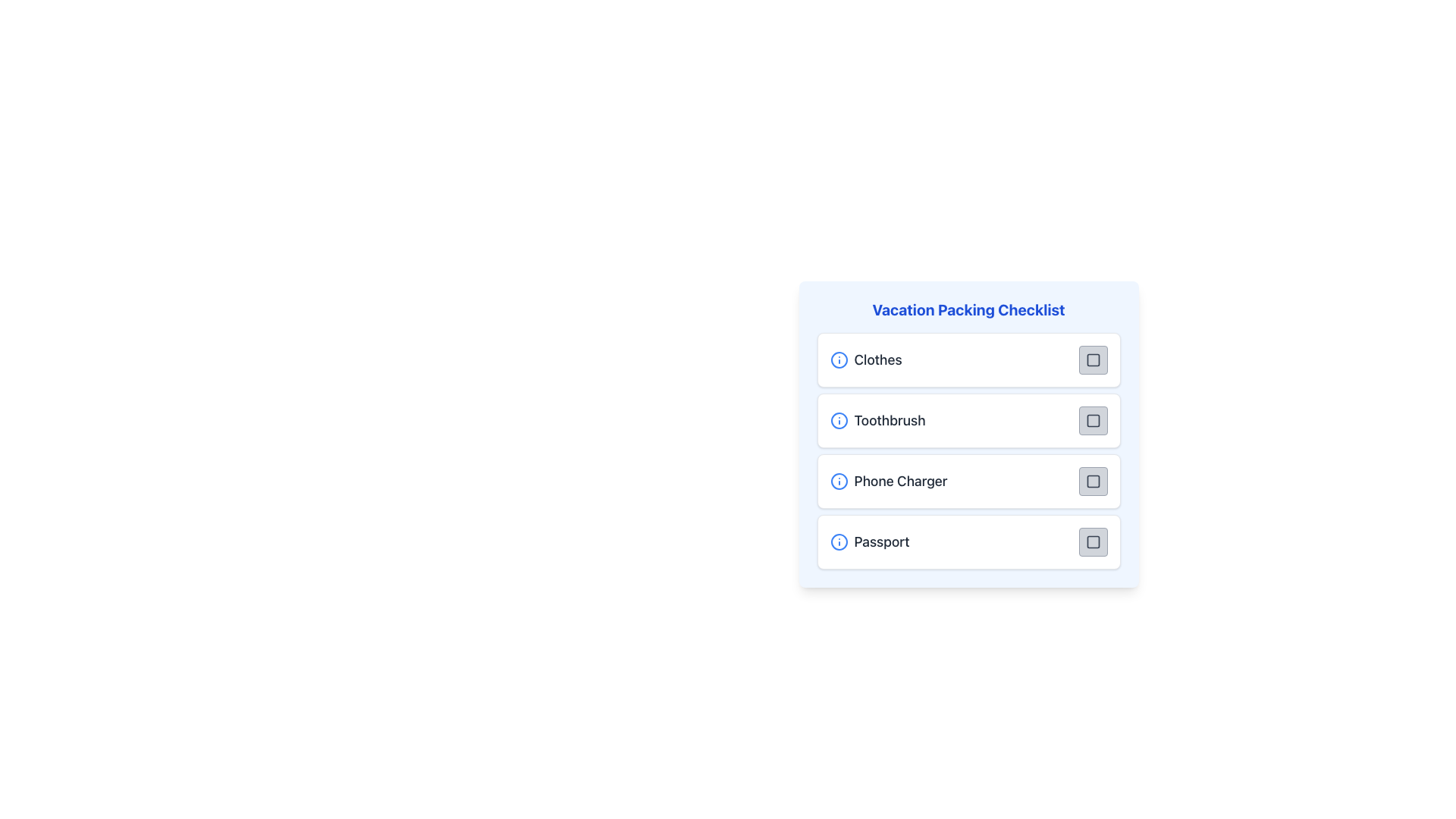  What do you see at coordinates (1093, 482) in the screenshot?
I see `the square icon in the third row of the 'Vacation Packing Checklist' associated with the 'Phone Charger' entry` at bounding box center [1093, 482].